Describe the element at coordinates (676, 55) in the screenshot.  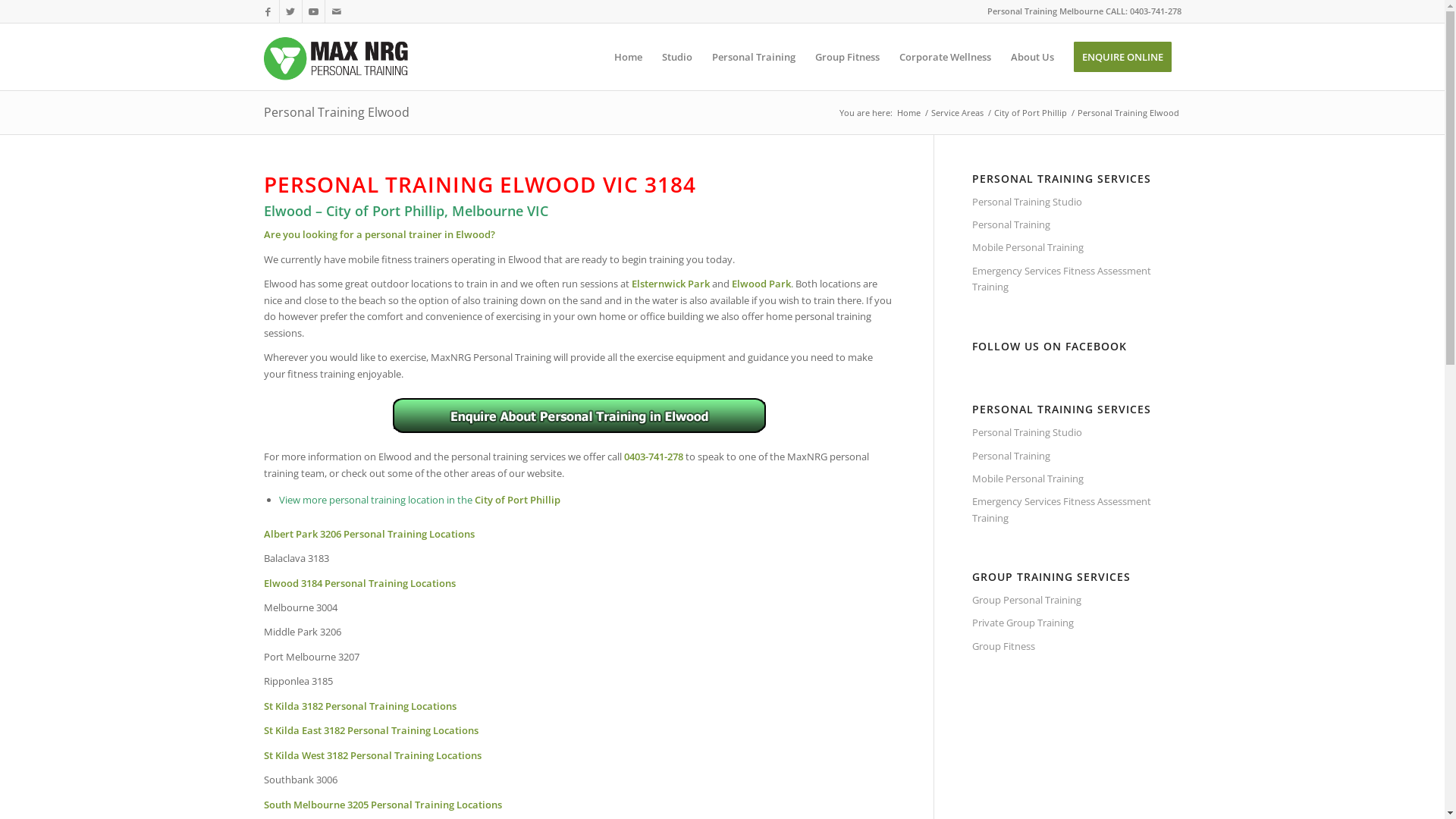
I see `'Studio'` at that location.